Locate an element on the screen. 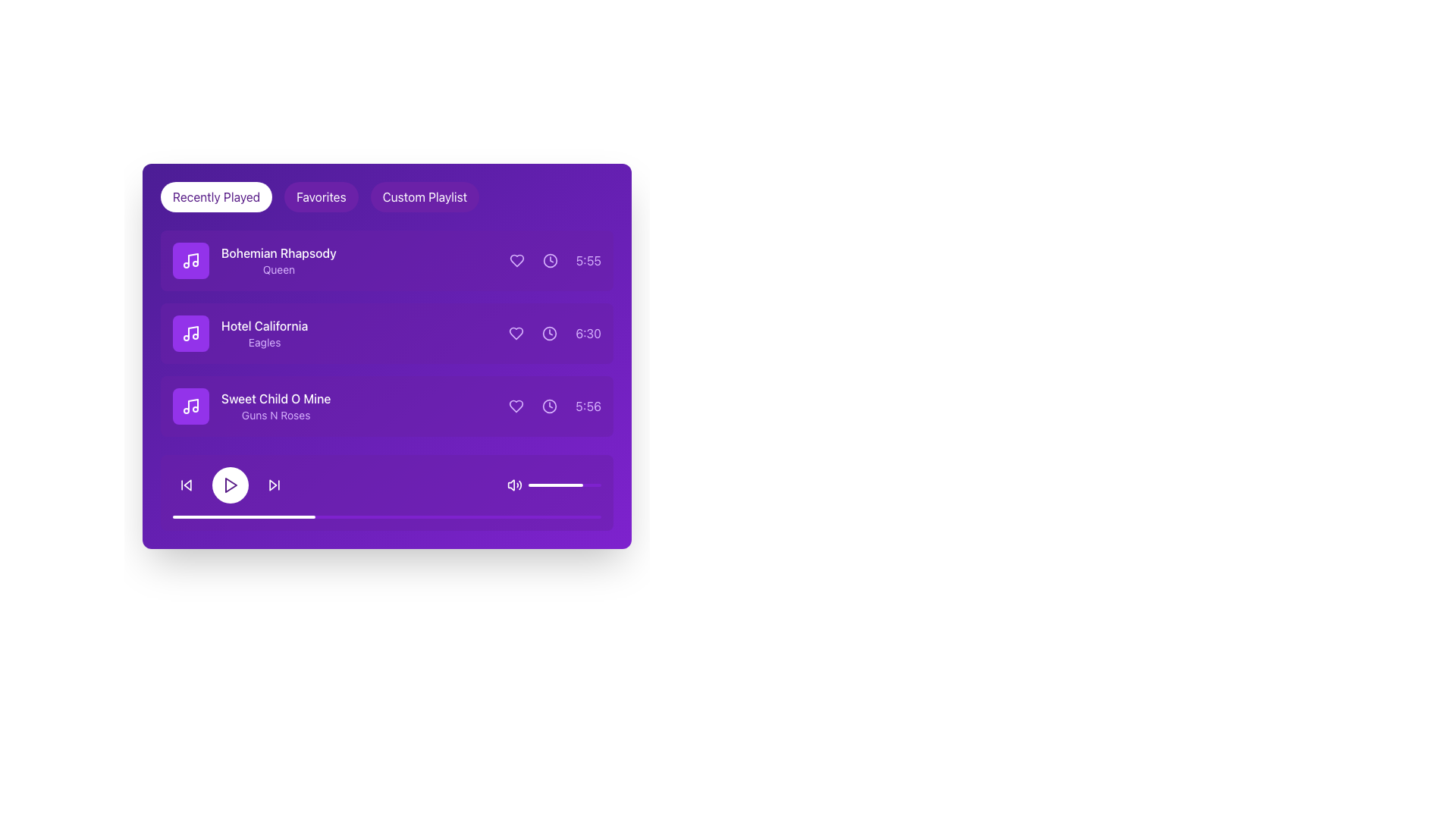  the static text display component showing 'Bohemian Rhapsody' by 'Queen', which is styled in bold white and smaller purple text, located in the 'Recently Played' section is located at coordinates (278, 259).